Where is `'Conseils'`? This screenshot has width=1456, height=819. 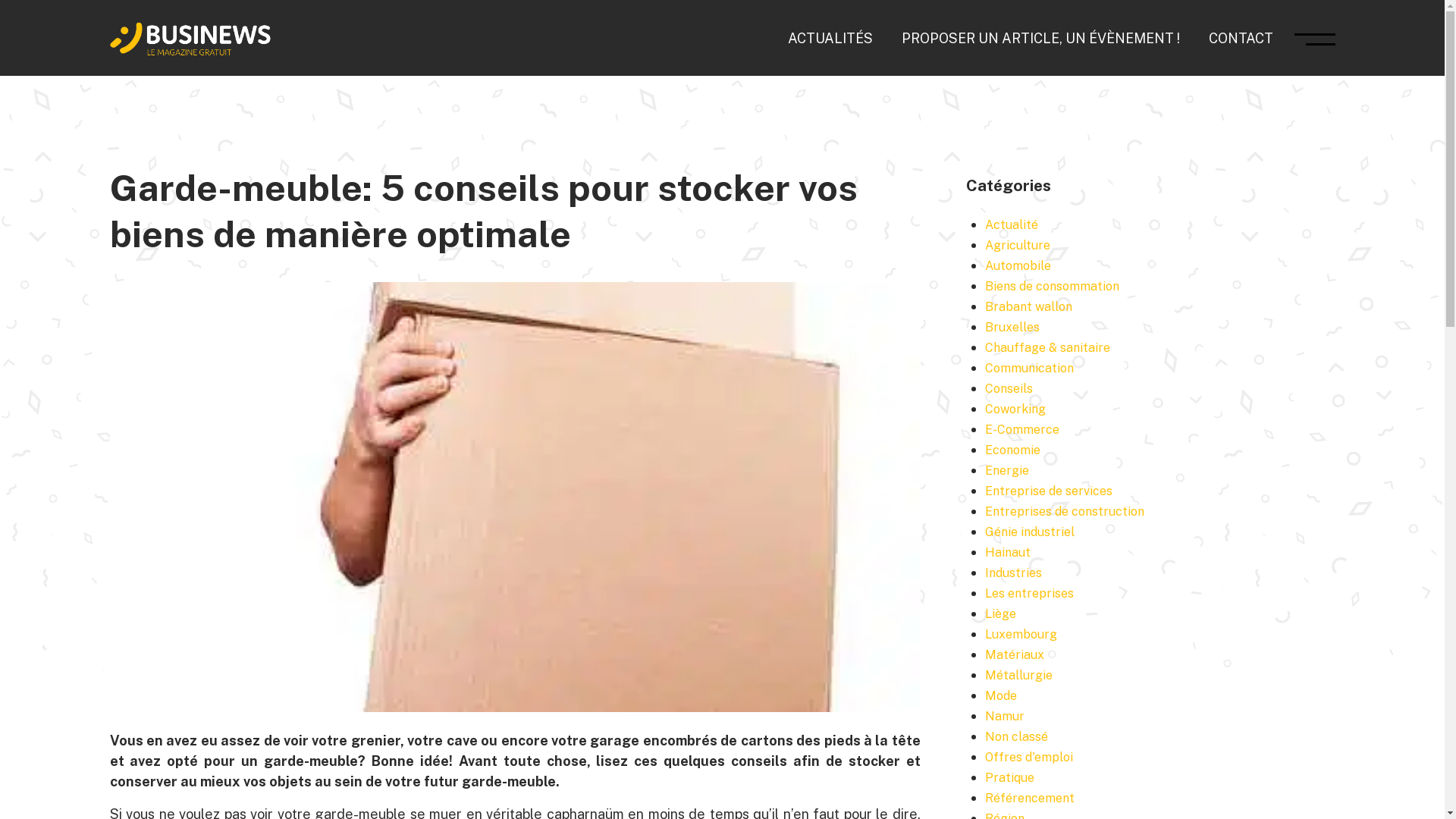 'Conseils' is located at coordinates (1009, 388).